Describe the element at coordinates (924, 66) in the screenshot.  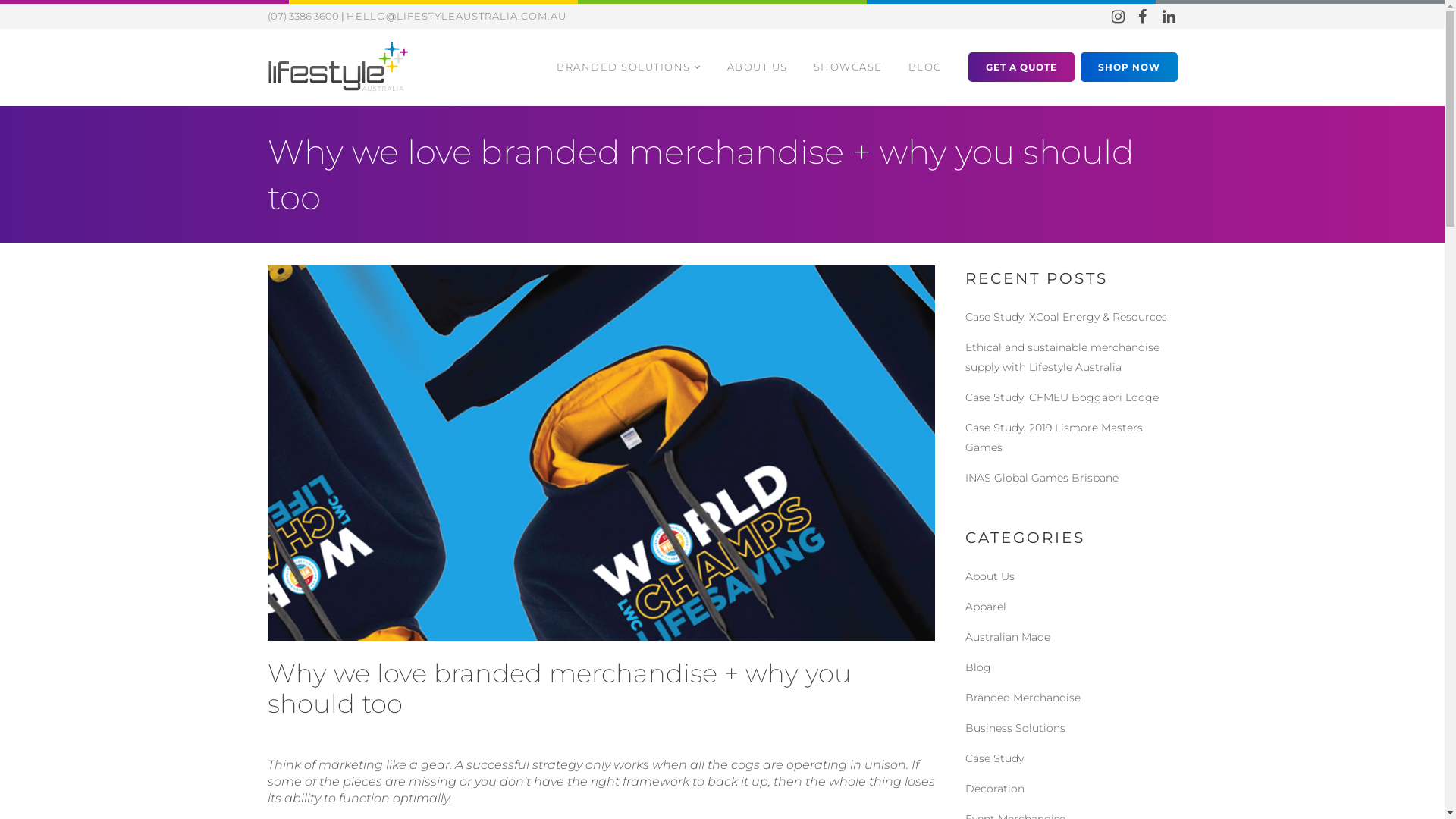
I see `'BLOG'` at that location.